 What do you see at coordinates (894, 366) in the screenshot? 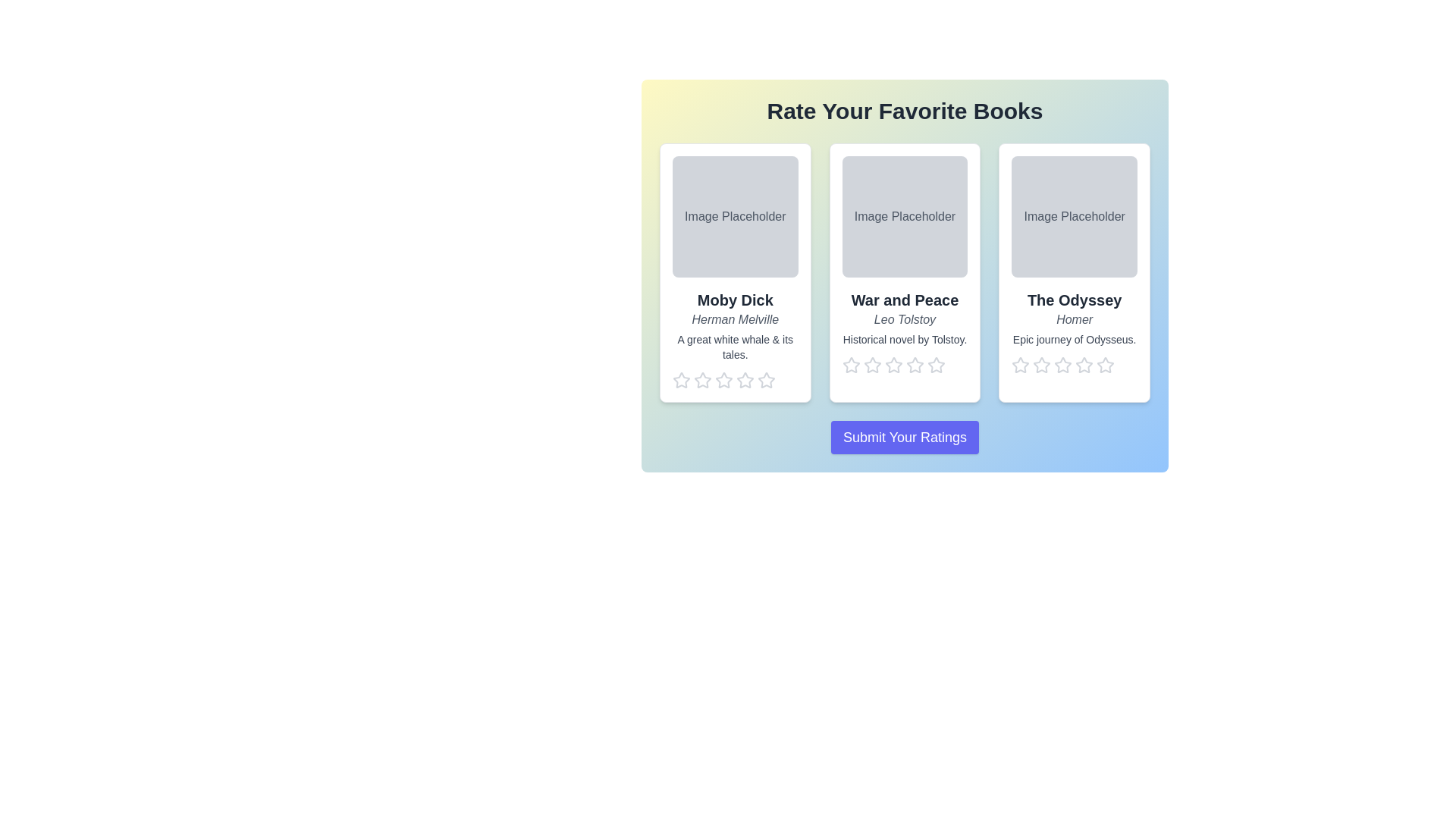
I see `the star corresponding to the rating 3 for the book War and Peace` at bounding box center [894, 366].